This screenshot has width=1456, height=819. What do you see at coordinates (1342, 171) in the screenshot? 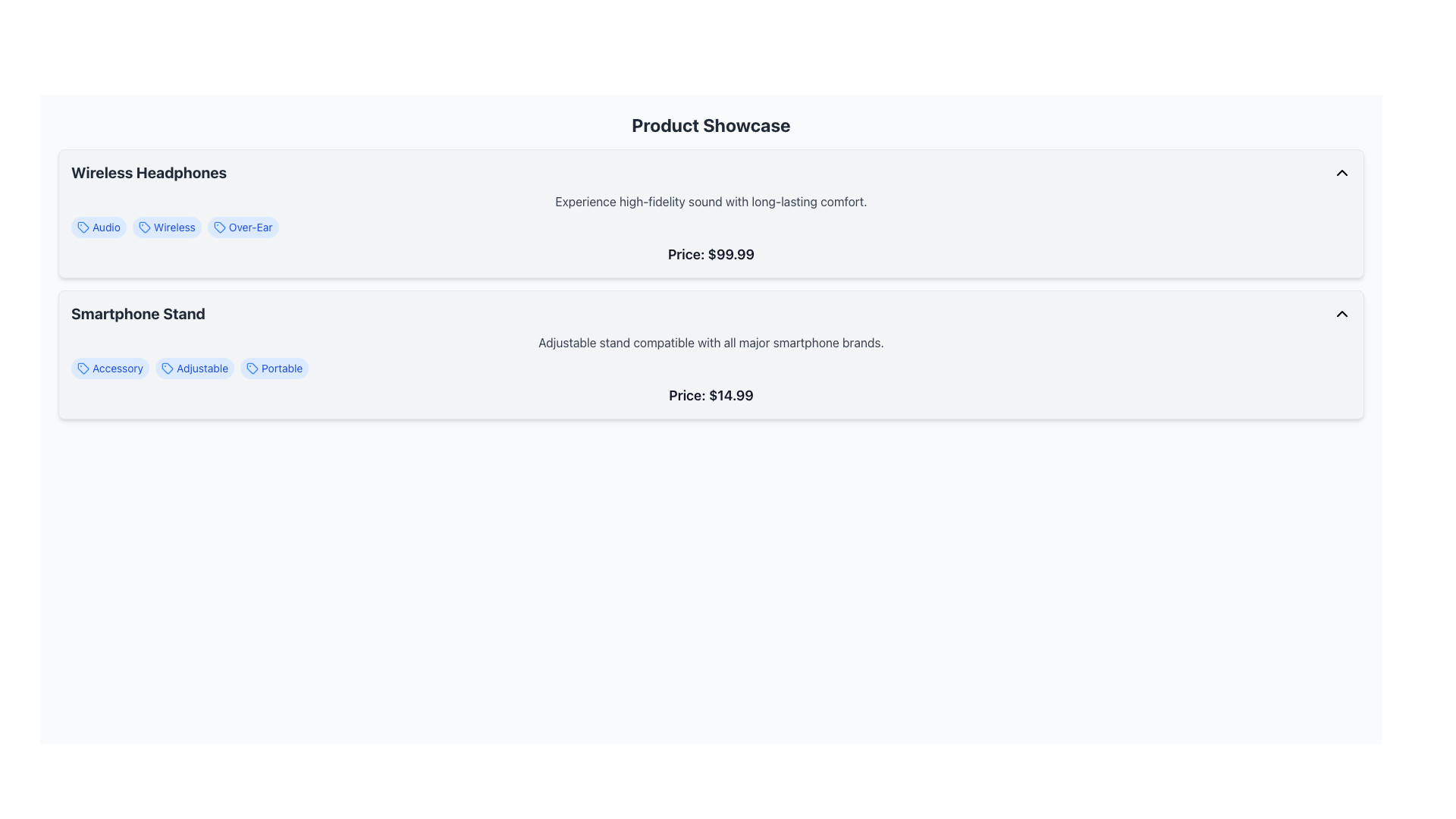
I see `the icon located in the upper-right corner of the 'Wireless Headphones' section header` at bounding box center [1342, 171].